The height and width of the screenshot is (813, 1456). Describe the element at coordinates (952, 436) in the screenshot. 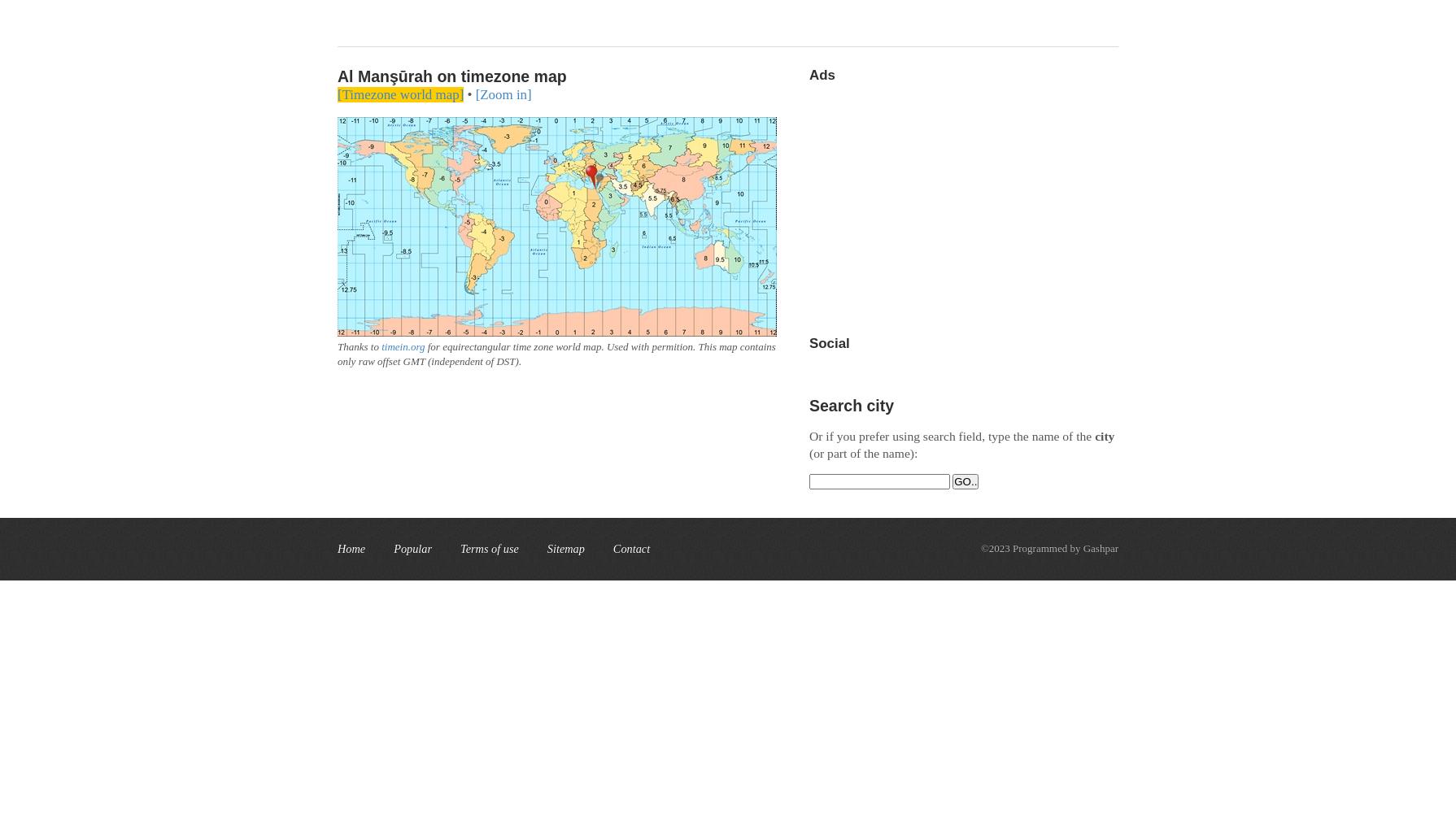

I see `'Or if you prefer using search field, type the name of the'` at that location.